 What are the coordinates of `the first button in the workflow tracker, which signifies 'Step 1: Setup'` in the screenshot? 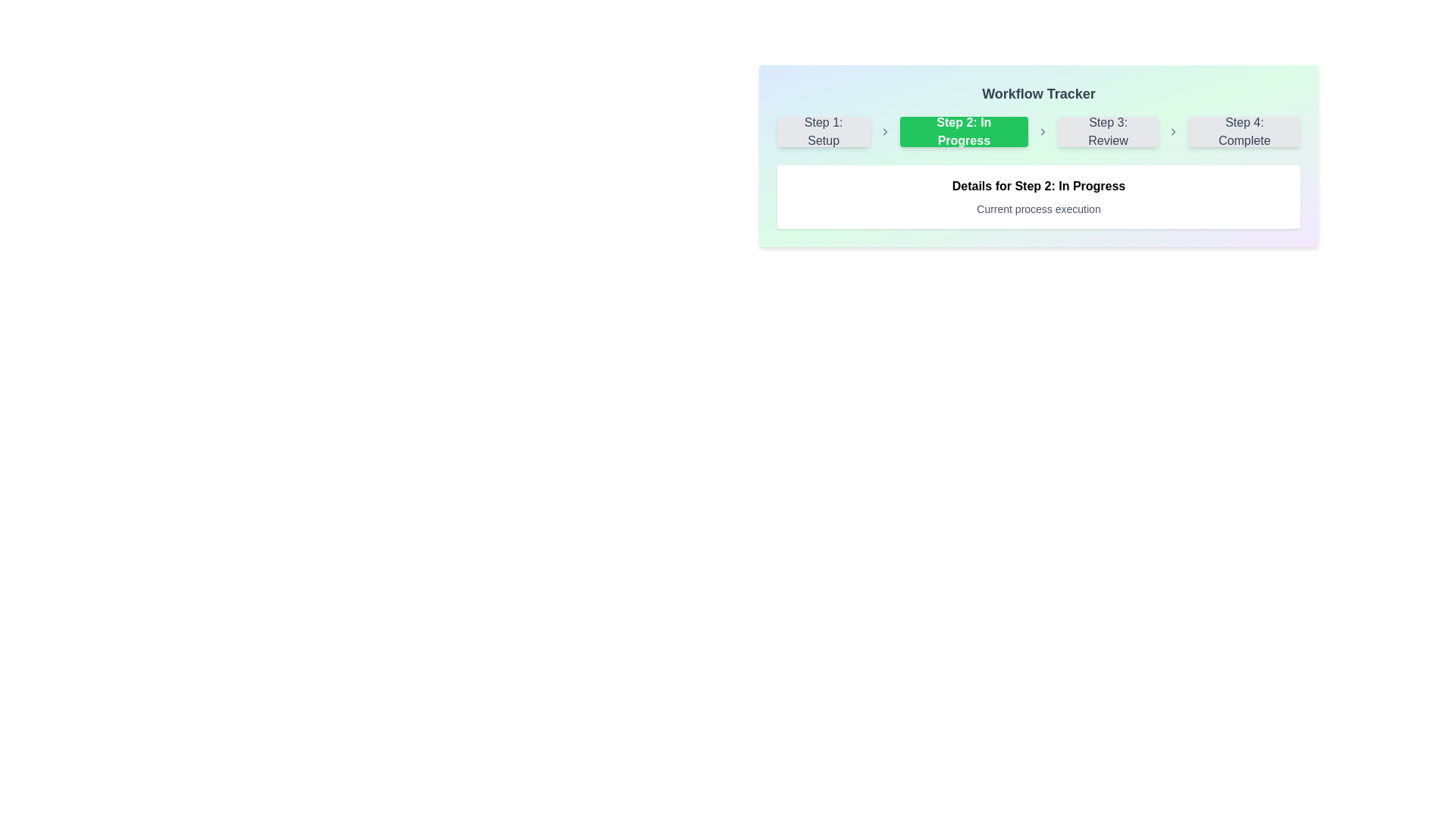 It's located at (823, 130).